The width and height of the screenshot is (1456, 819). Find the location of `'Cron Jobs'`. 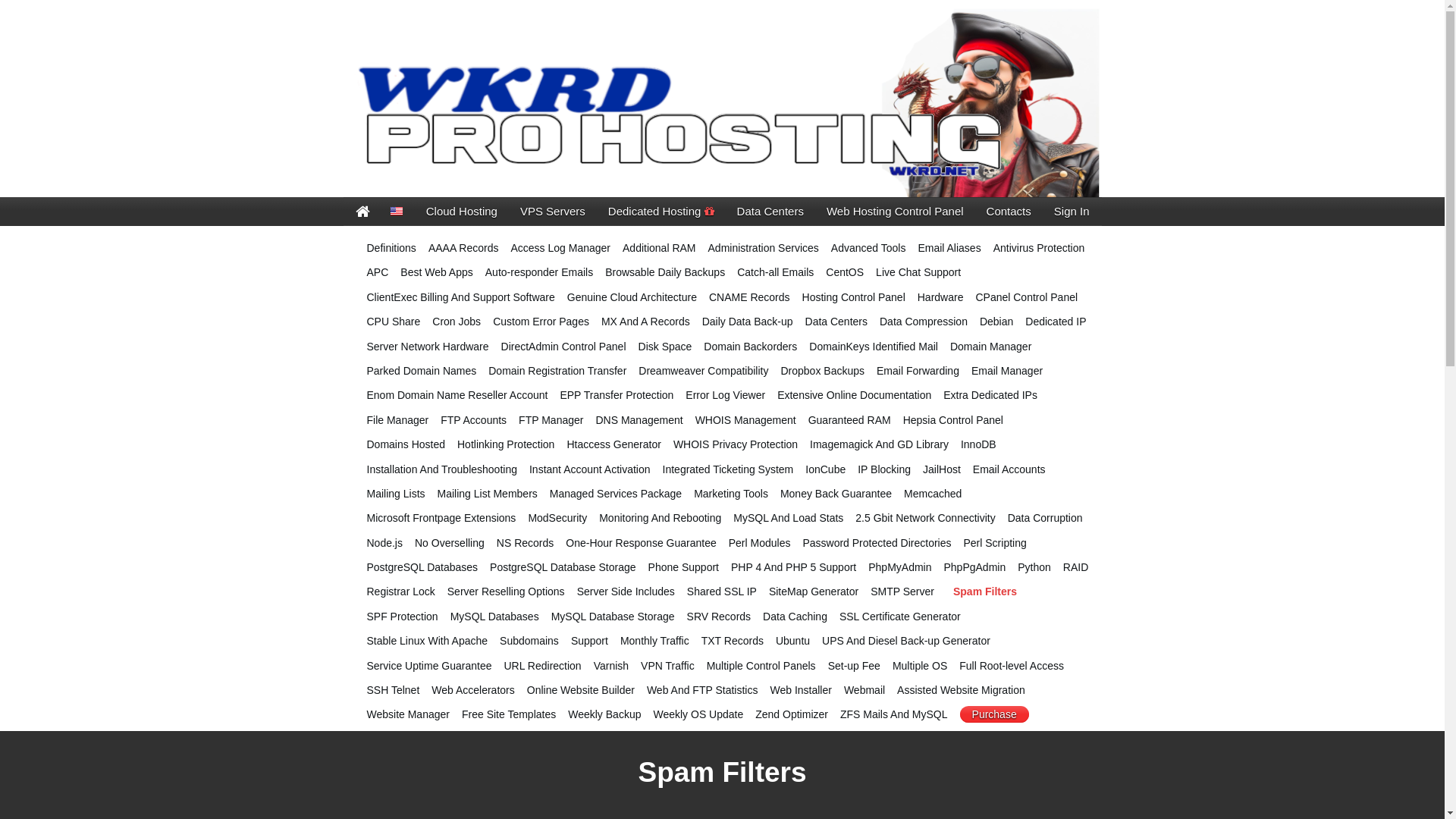

'Cron Jobs' is located at coordinates (431, 321).